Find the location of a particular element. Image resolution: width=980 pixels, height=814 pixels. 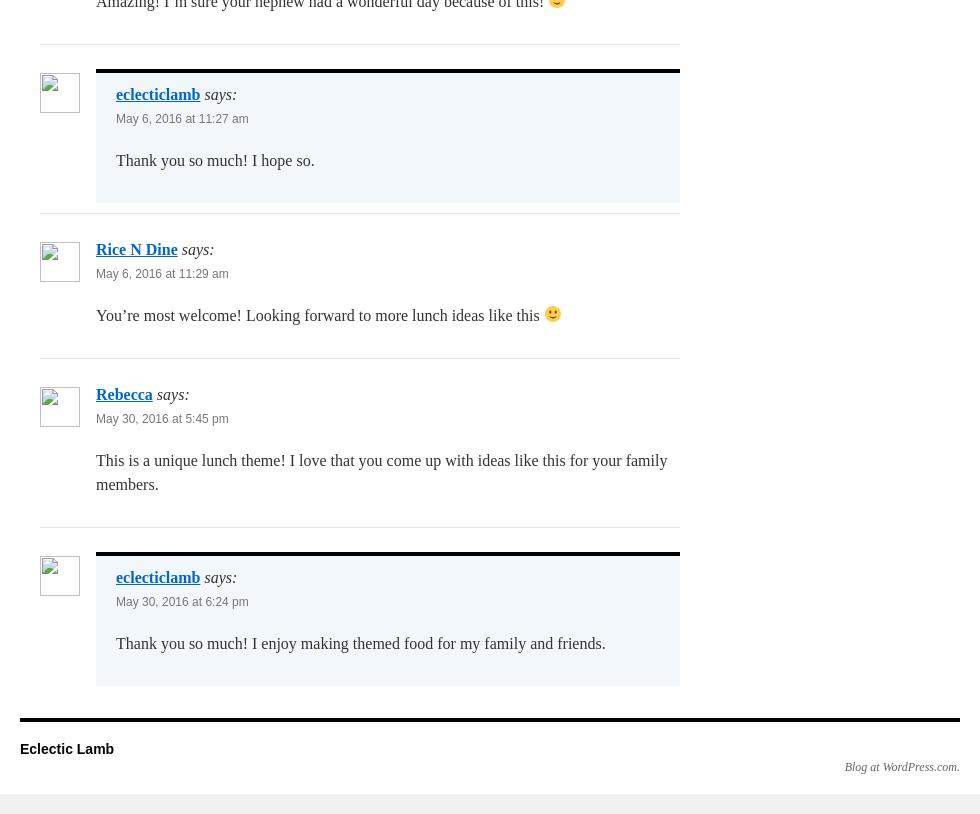

'Blog at WordPress.com.' is located at coordinates (901, 765).